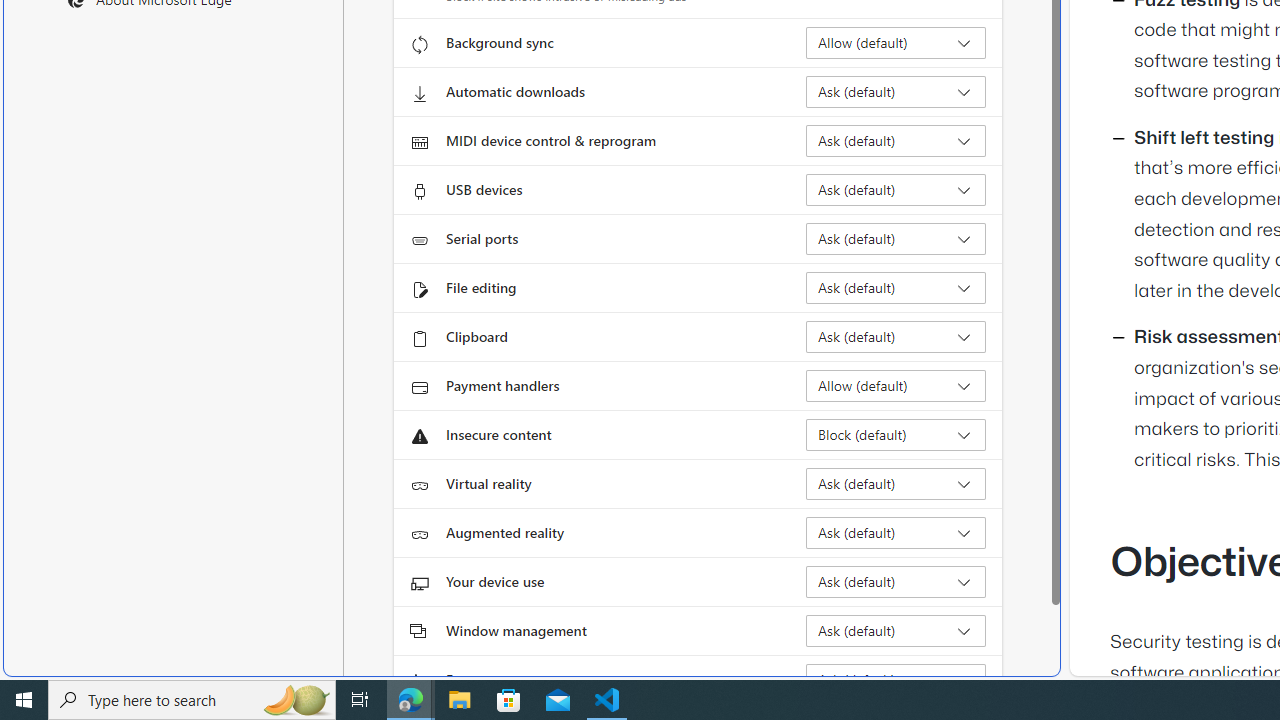 The width and height of the screenshot is (1280, 720). I want to click on 'Payment handlers Allow (default)', so click(895, 385).